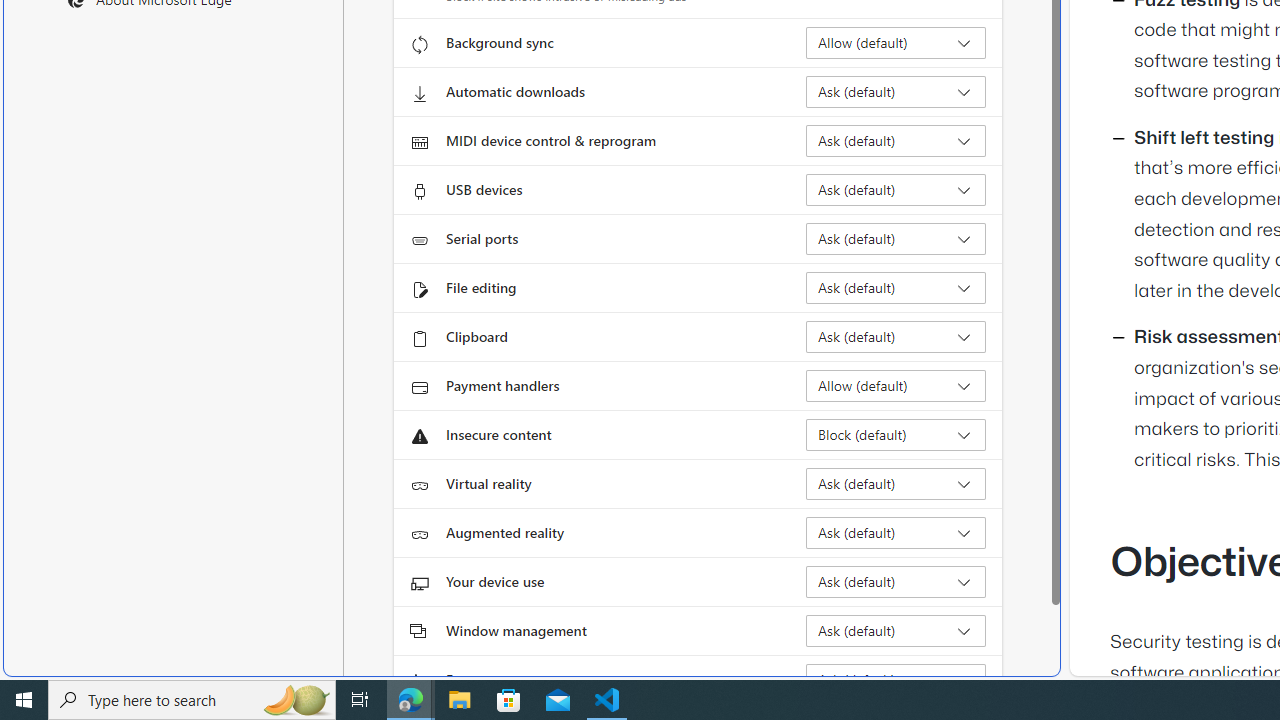 The width and height of the screenshot is (1280, 720). I want to click on 'Payment handlers Allow (default)', so click(895, 385).